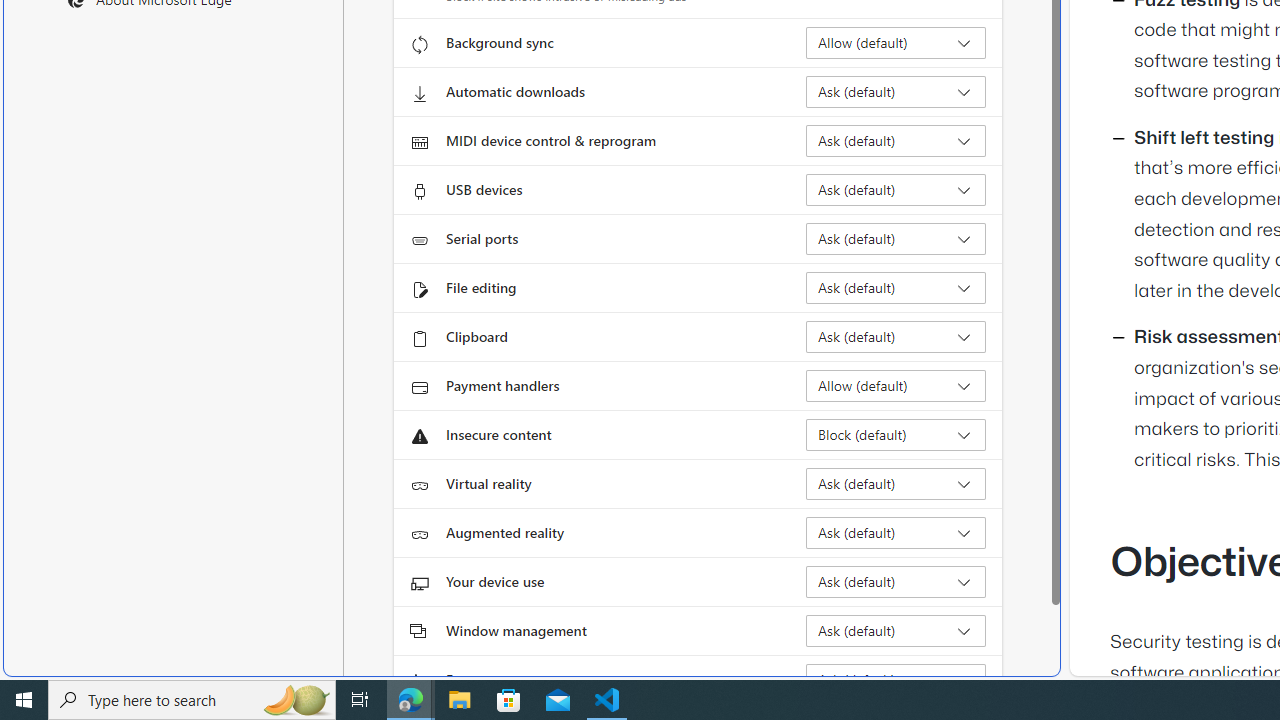 The width and height of the screenshot is (1280, 720). I want to click on 'Payment handlers Allow (default)', so click(895, 385).